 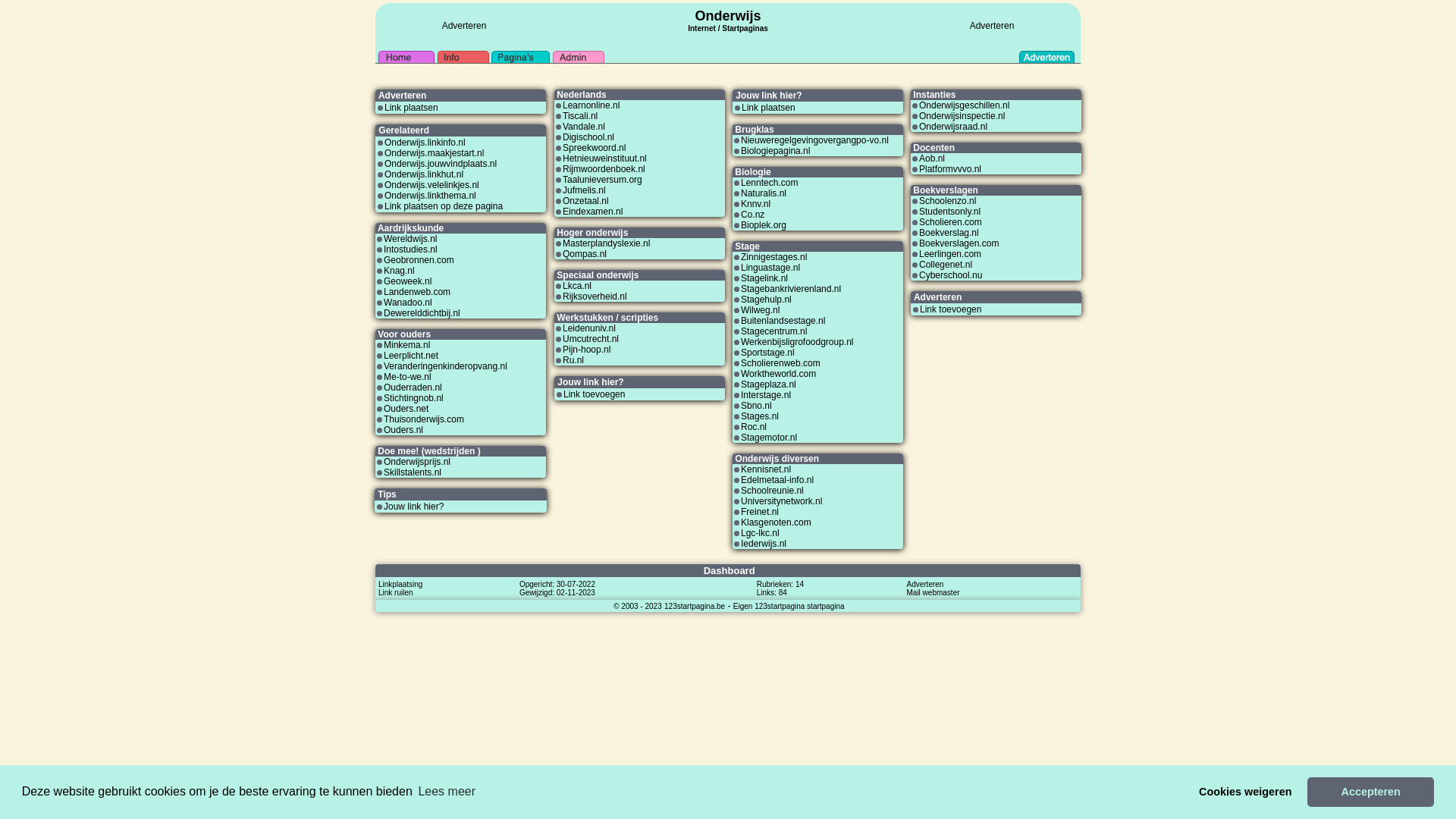 What do you see at coordinates (773, 256) in the screenshot?
I see `'Zinnigestages.nl'` at bounding box center [773, 256].